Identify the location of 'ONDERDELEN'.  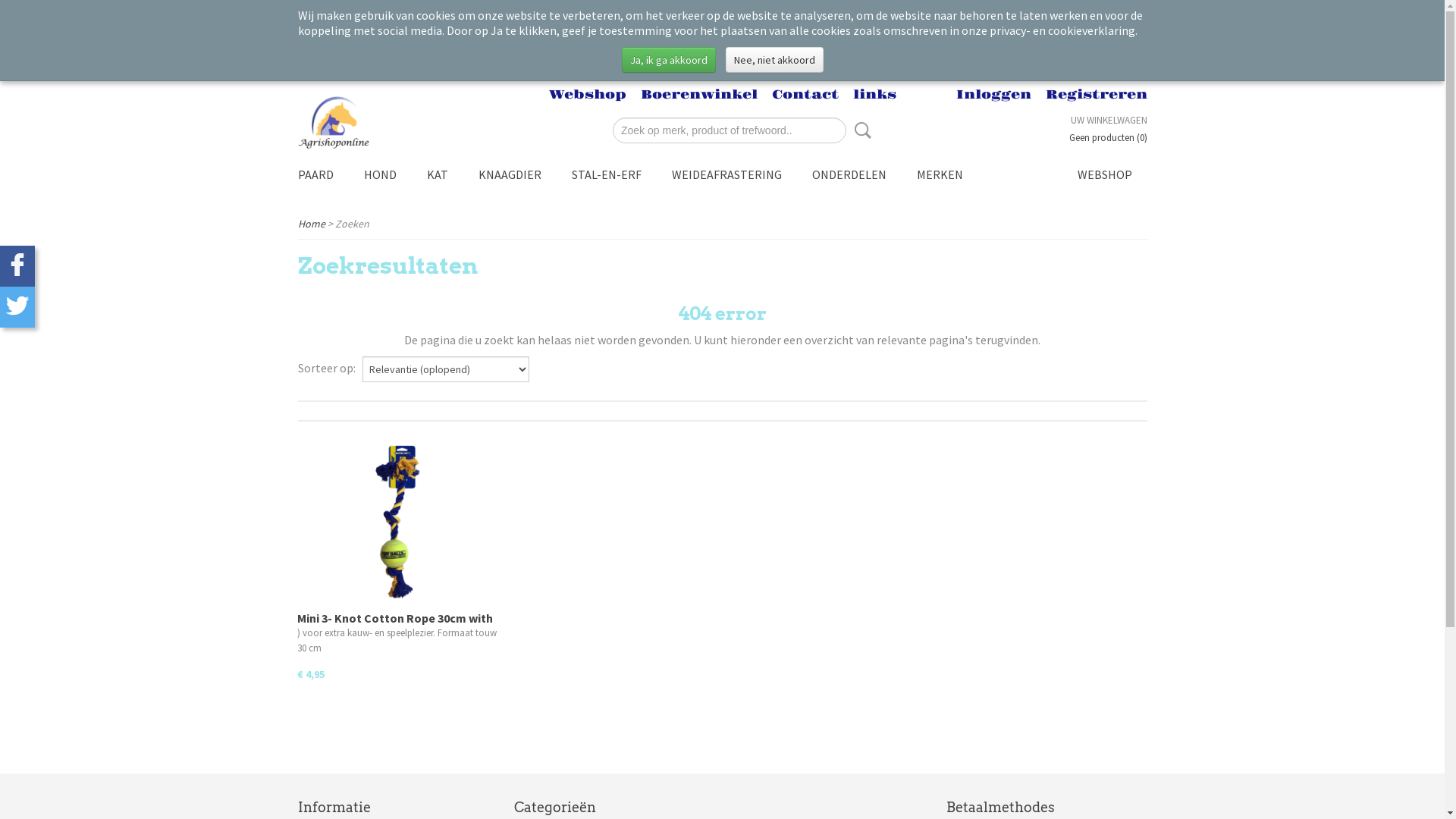
(847, 174).